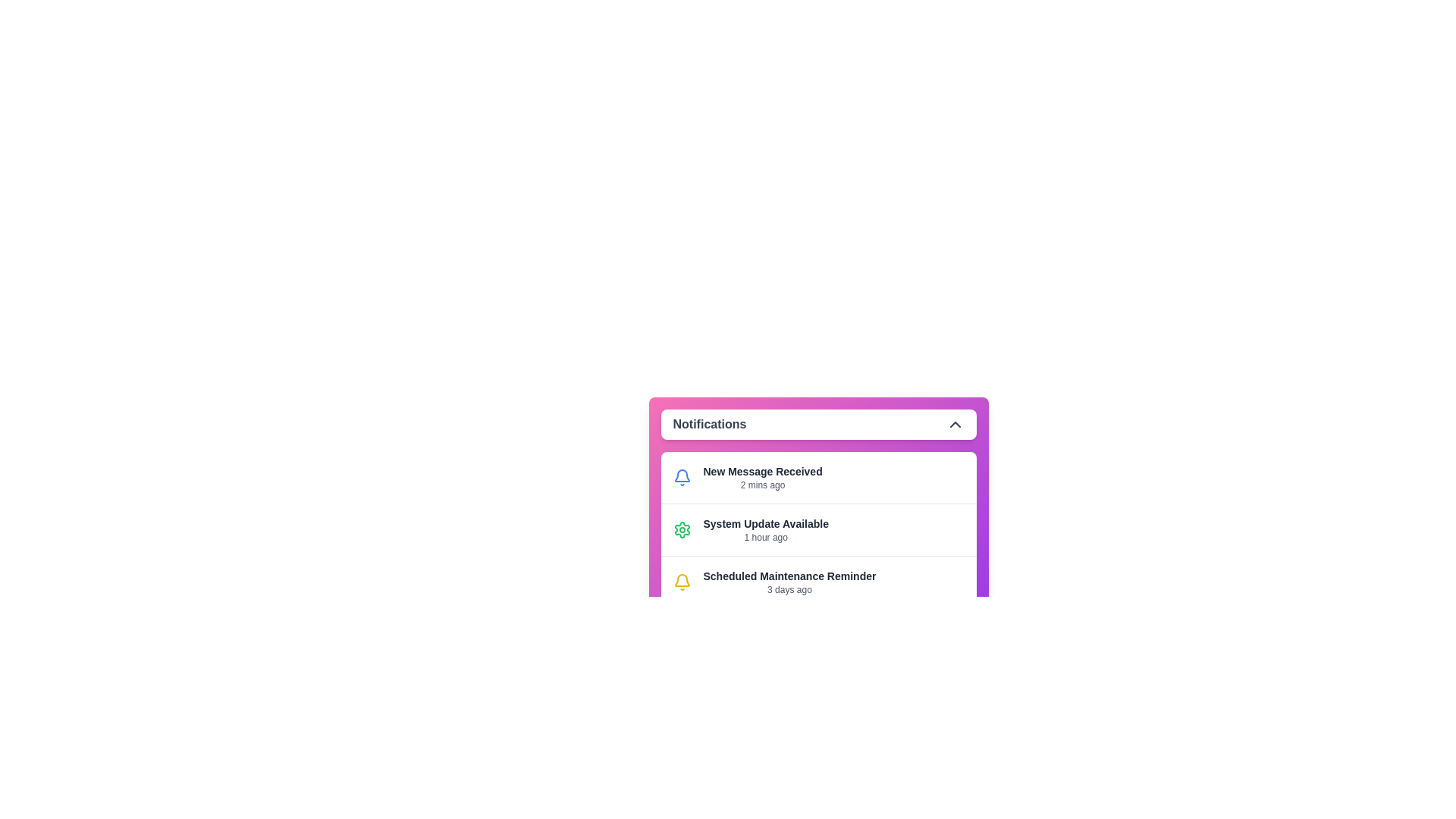 The width and height of the screenshot is (1456, 819). What do you see at coordinates (954, 424) in the screenshot?
I see `the chevron-up icon button located at the top right corner of the notifications card` at bounding box center [954, 424].